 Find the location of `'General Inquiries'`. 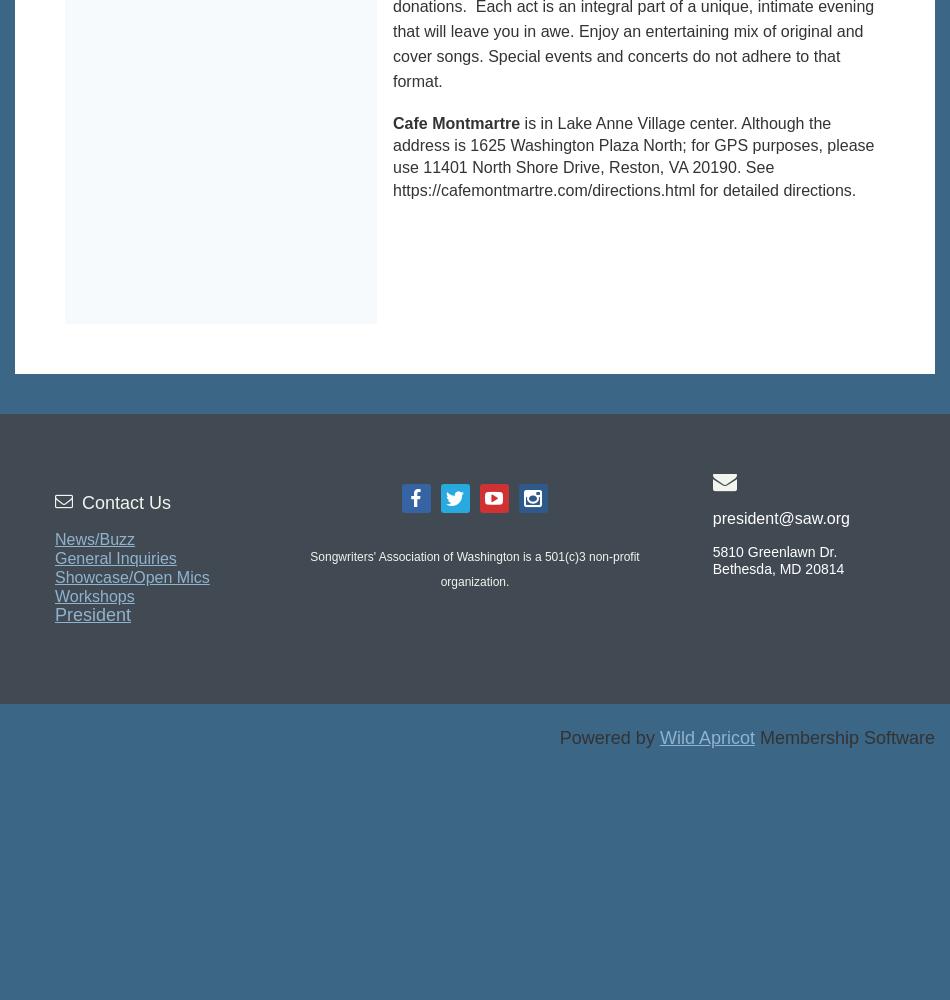

'General Inquiries' is located at coordinates (115, 557).